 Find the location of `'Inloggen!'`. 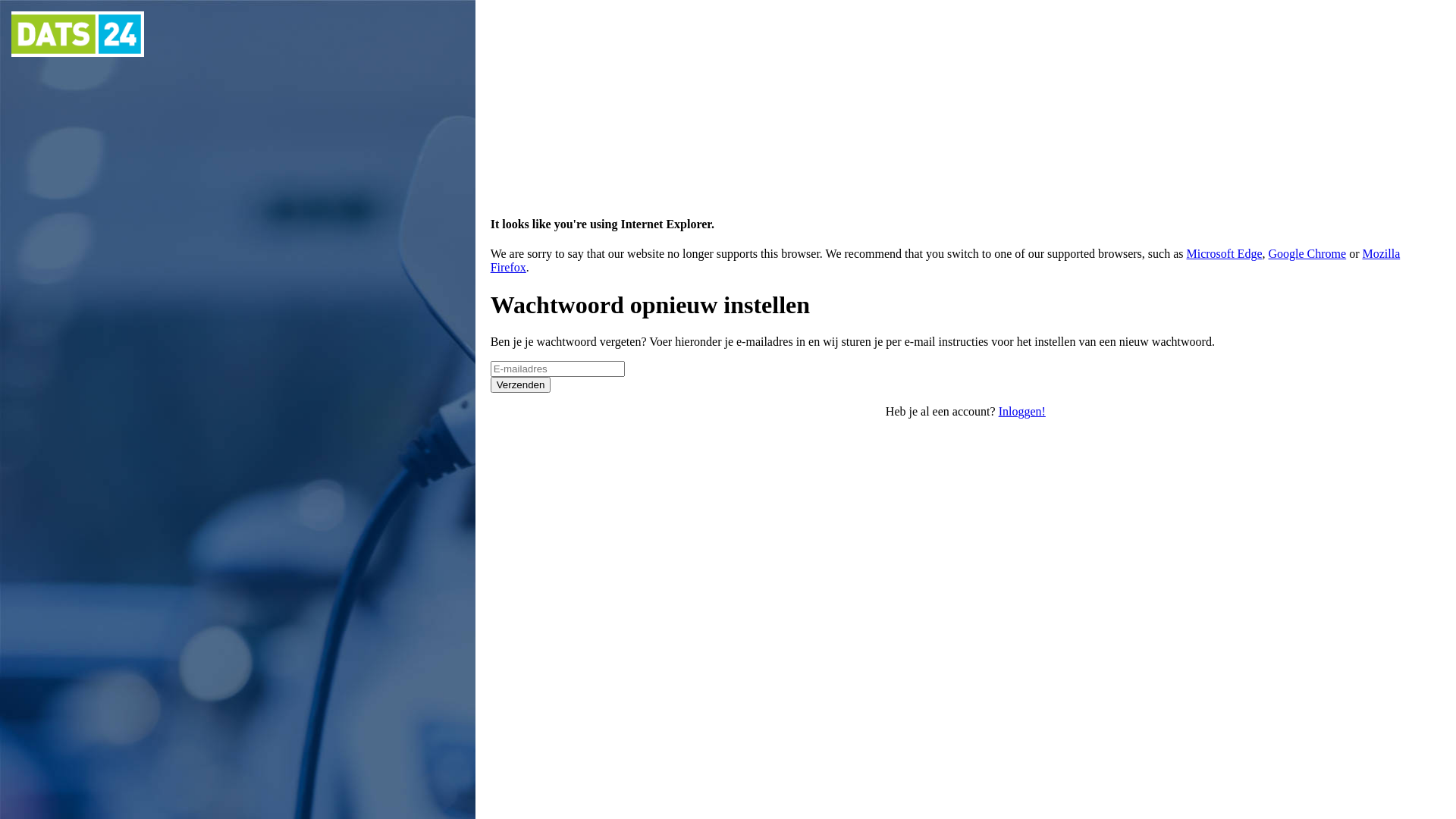

'Inloggen!' is located at coordinates (1022, 411).